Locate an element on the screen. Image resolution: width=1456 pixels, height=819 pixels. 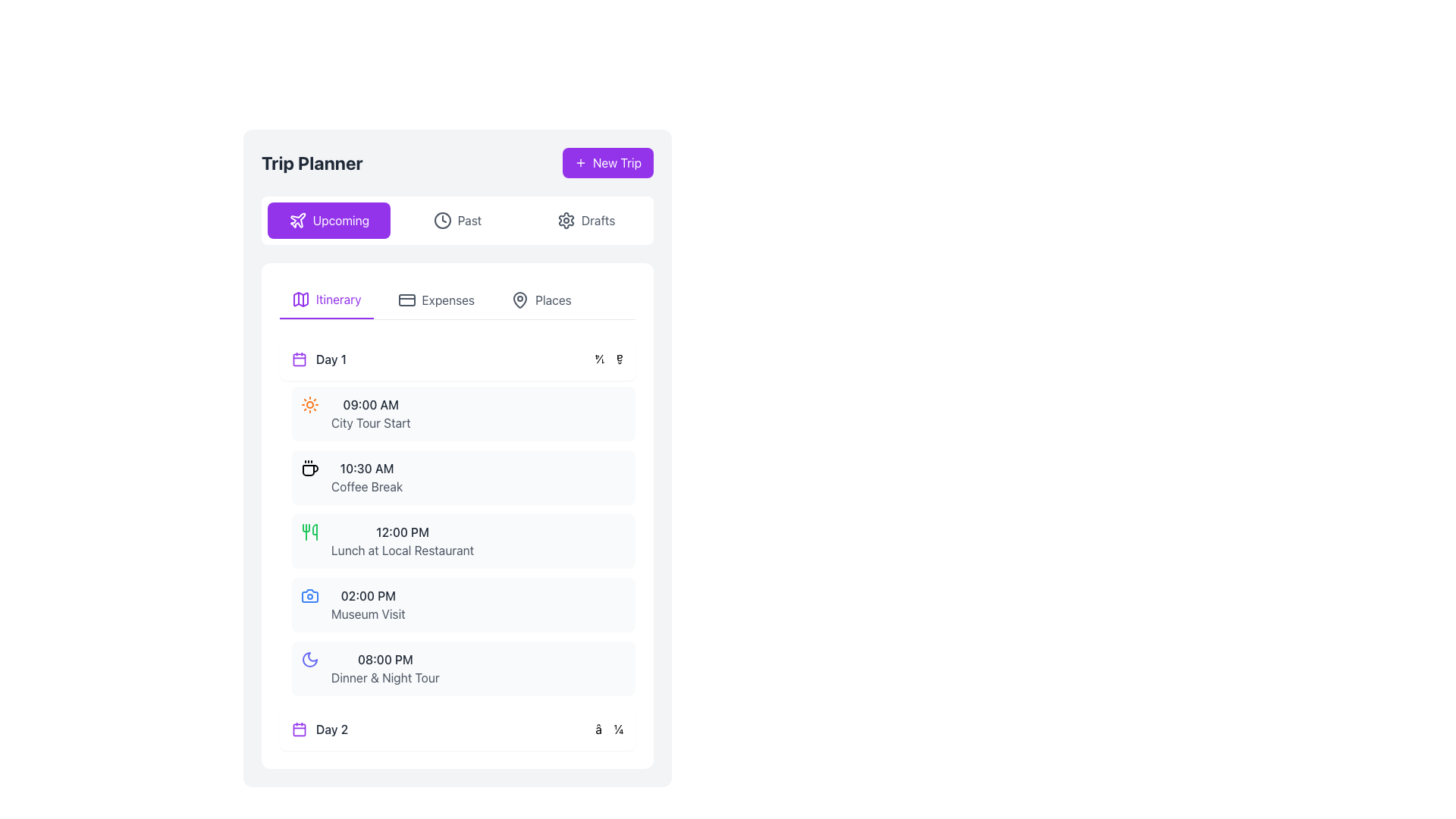
the button labeled 'New Trip' which is styled with a white font on a purple background, located at the top-right corner of the interface under the header section is located at coordinates (617, 163).